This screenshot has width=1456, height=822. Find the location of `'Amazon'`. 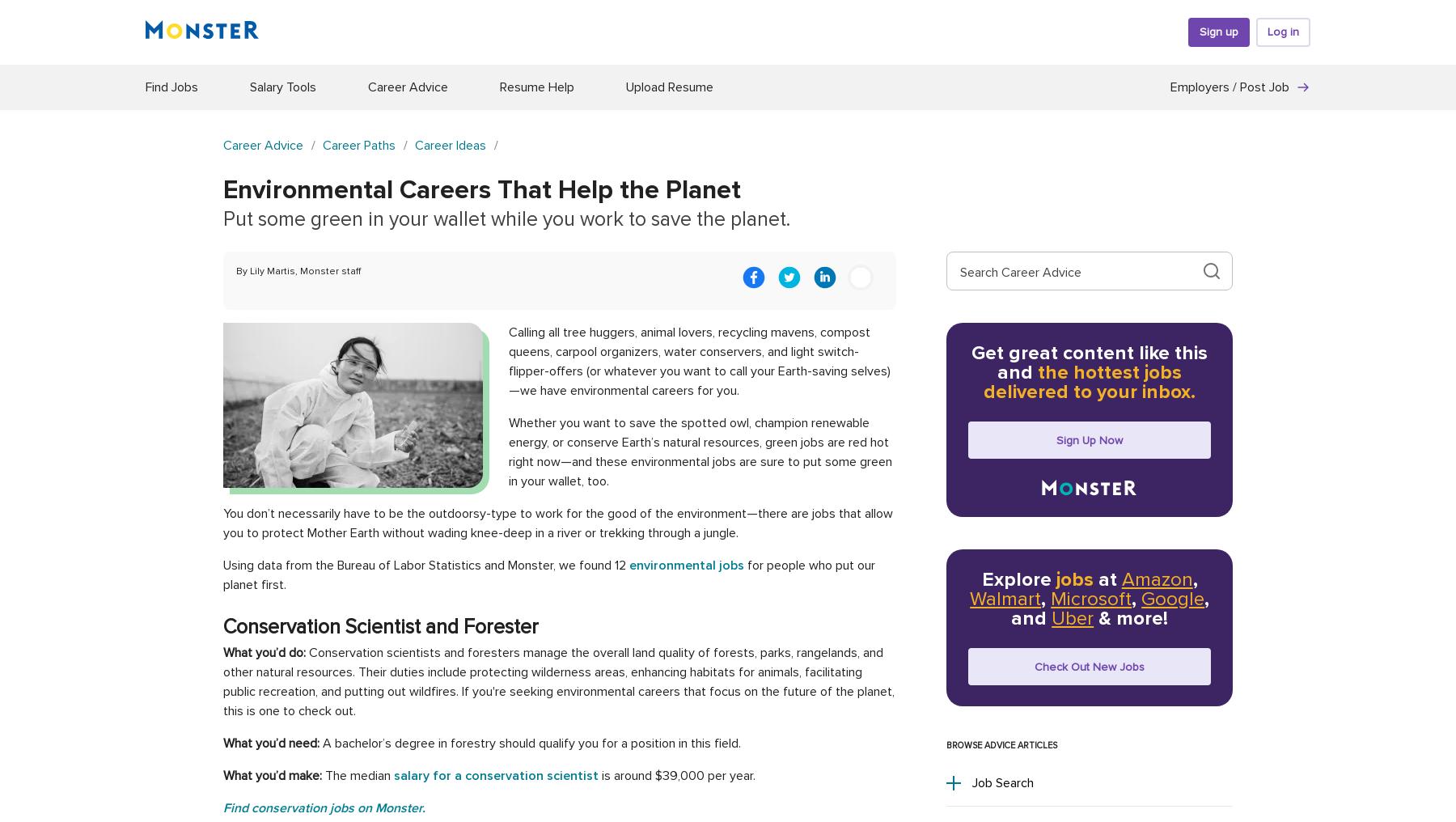

'Amazon' is located at coordinates (1155, 579).